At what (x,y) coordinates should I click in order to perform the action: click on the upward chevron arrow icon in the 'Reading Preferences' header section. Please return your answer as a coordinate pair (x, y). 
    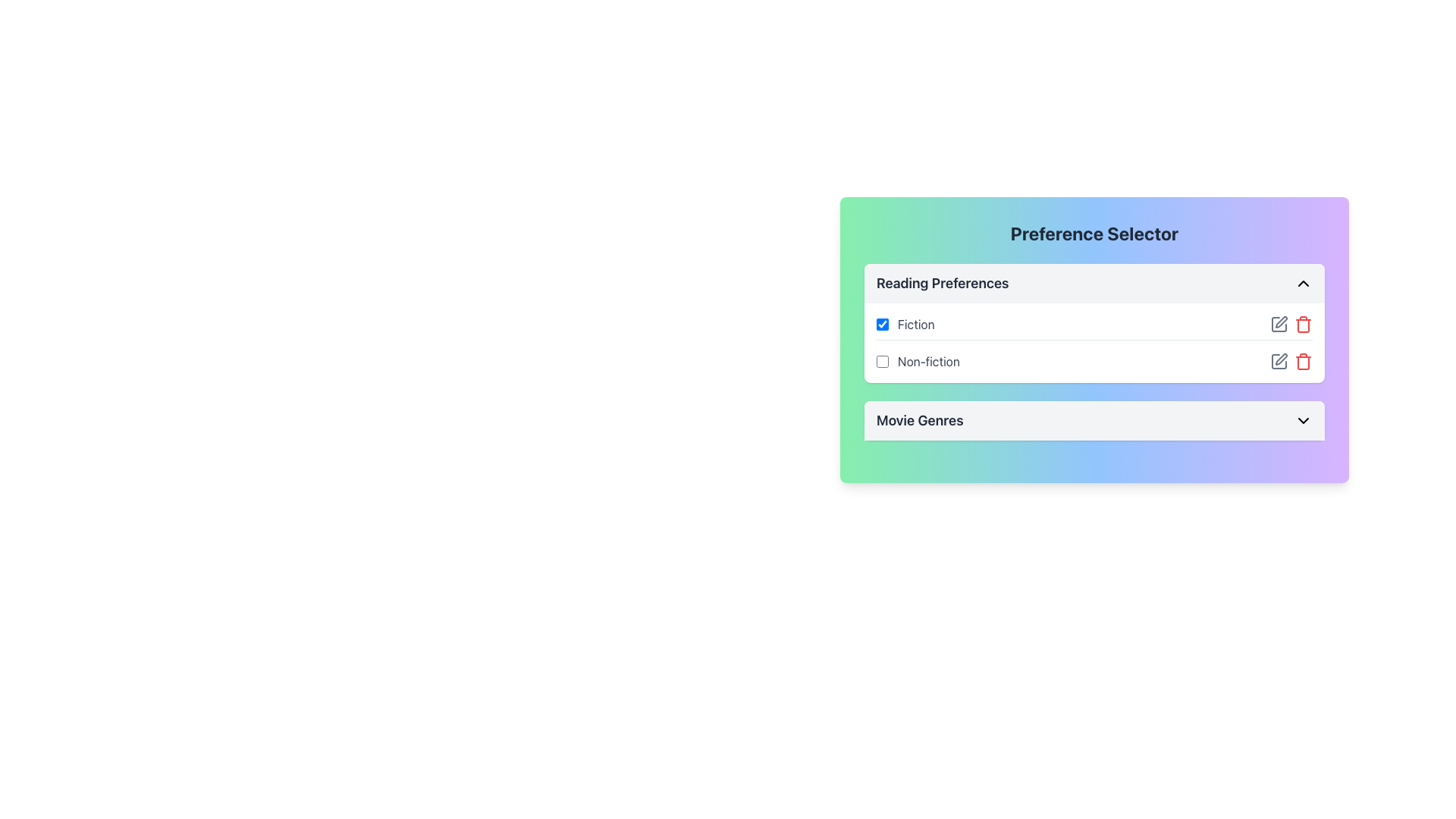
    Looking at the image, I should click on (1302, 284).